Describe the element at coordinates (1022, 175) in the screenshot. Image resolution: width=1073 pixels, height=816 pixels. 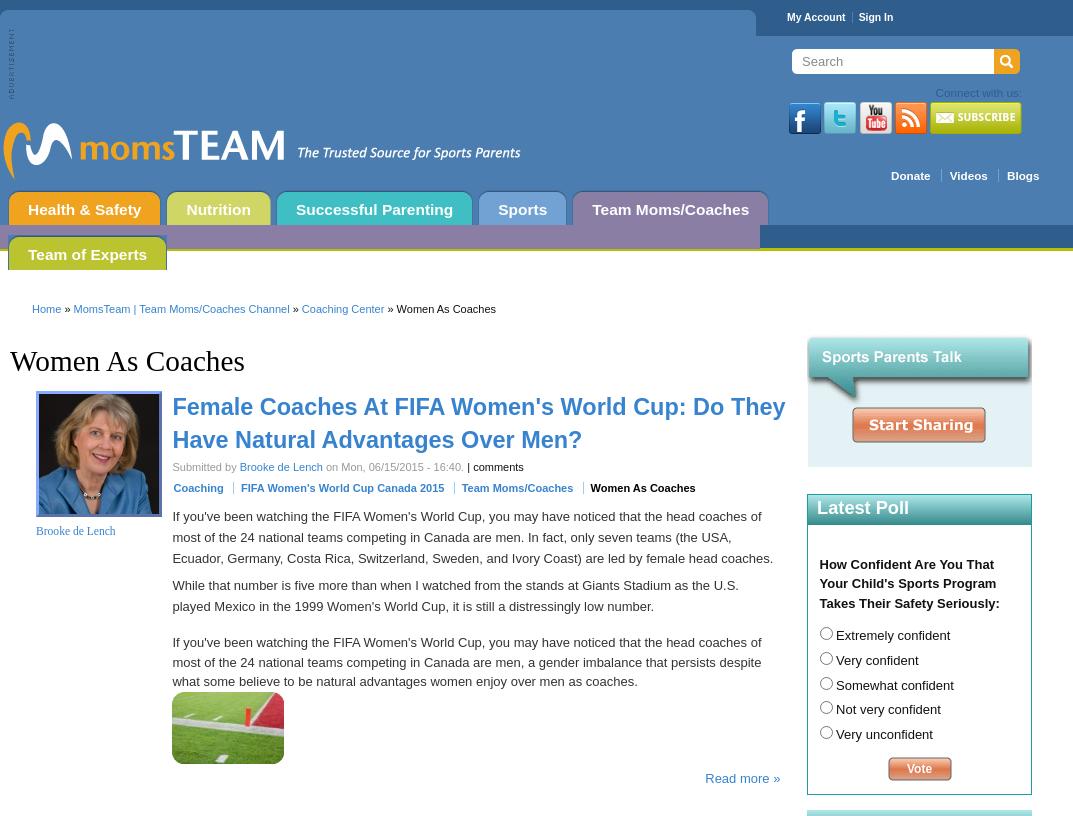
I see `'Blogs'` at that location.